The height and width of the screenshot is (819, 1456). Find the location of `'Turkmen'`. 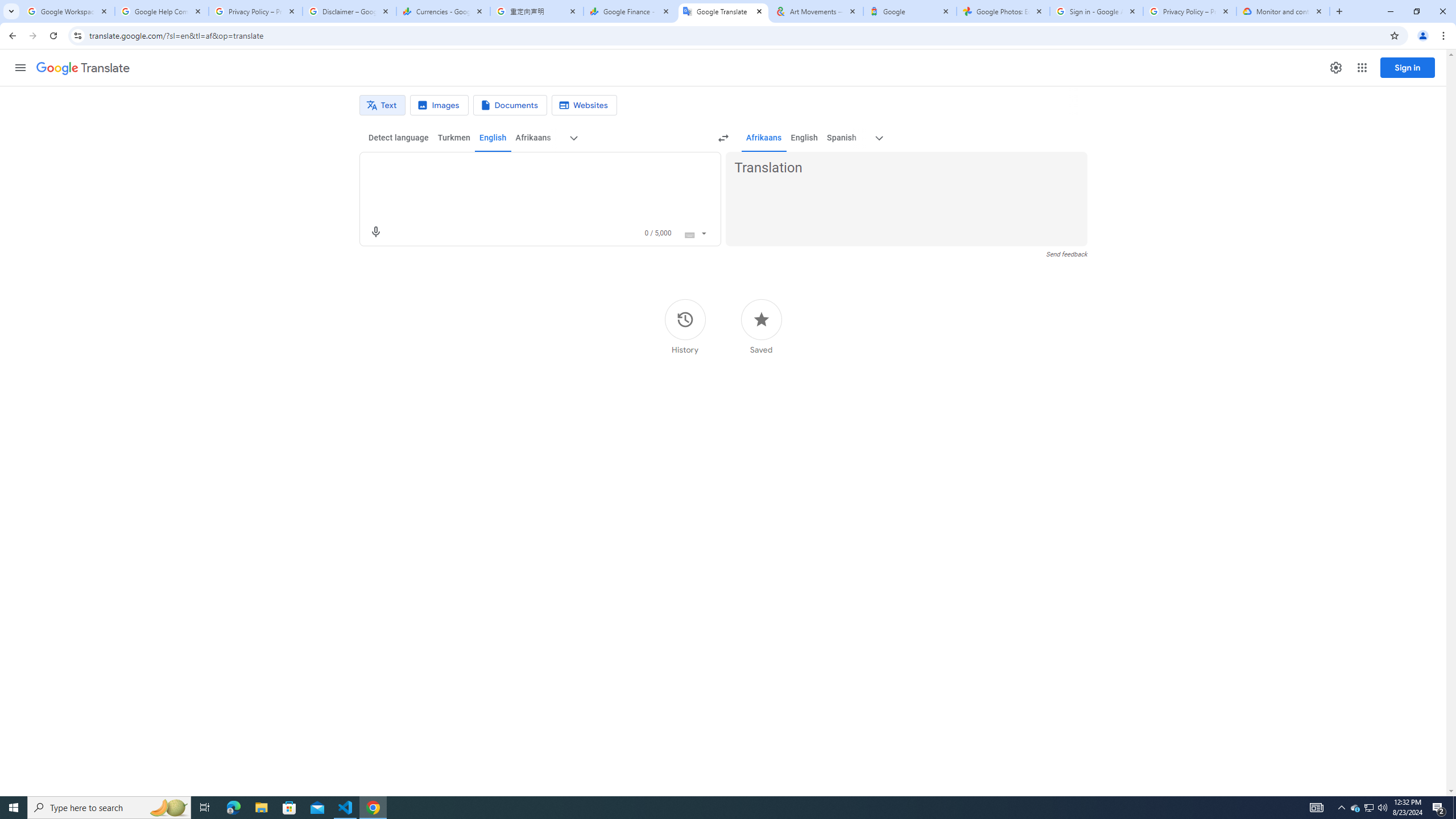

'Turkmen' is located at coordinates (453, 137).